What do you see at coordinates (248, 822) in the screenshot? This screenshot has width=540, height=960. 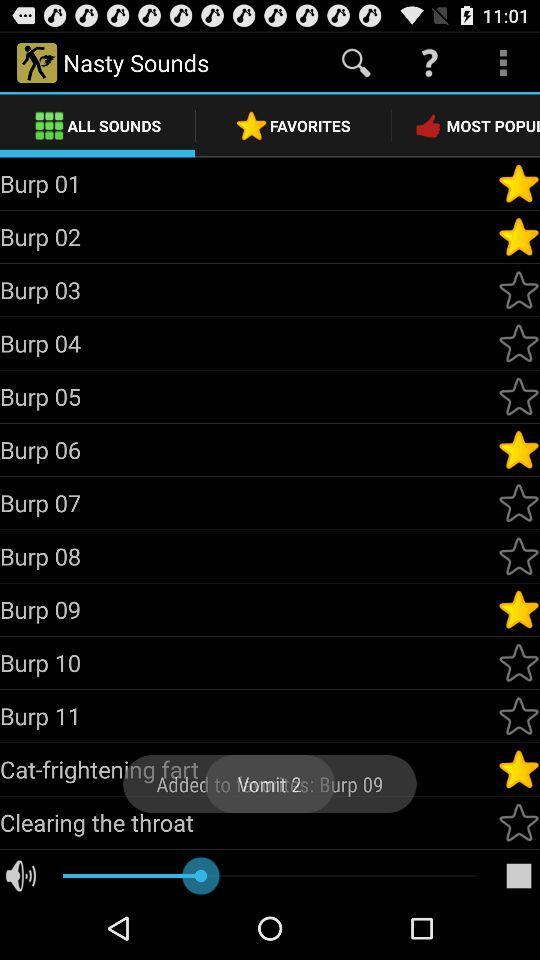 I see `clearing the throat` at bounding box center [248, 822].